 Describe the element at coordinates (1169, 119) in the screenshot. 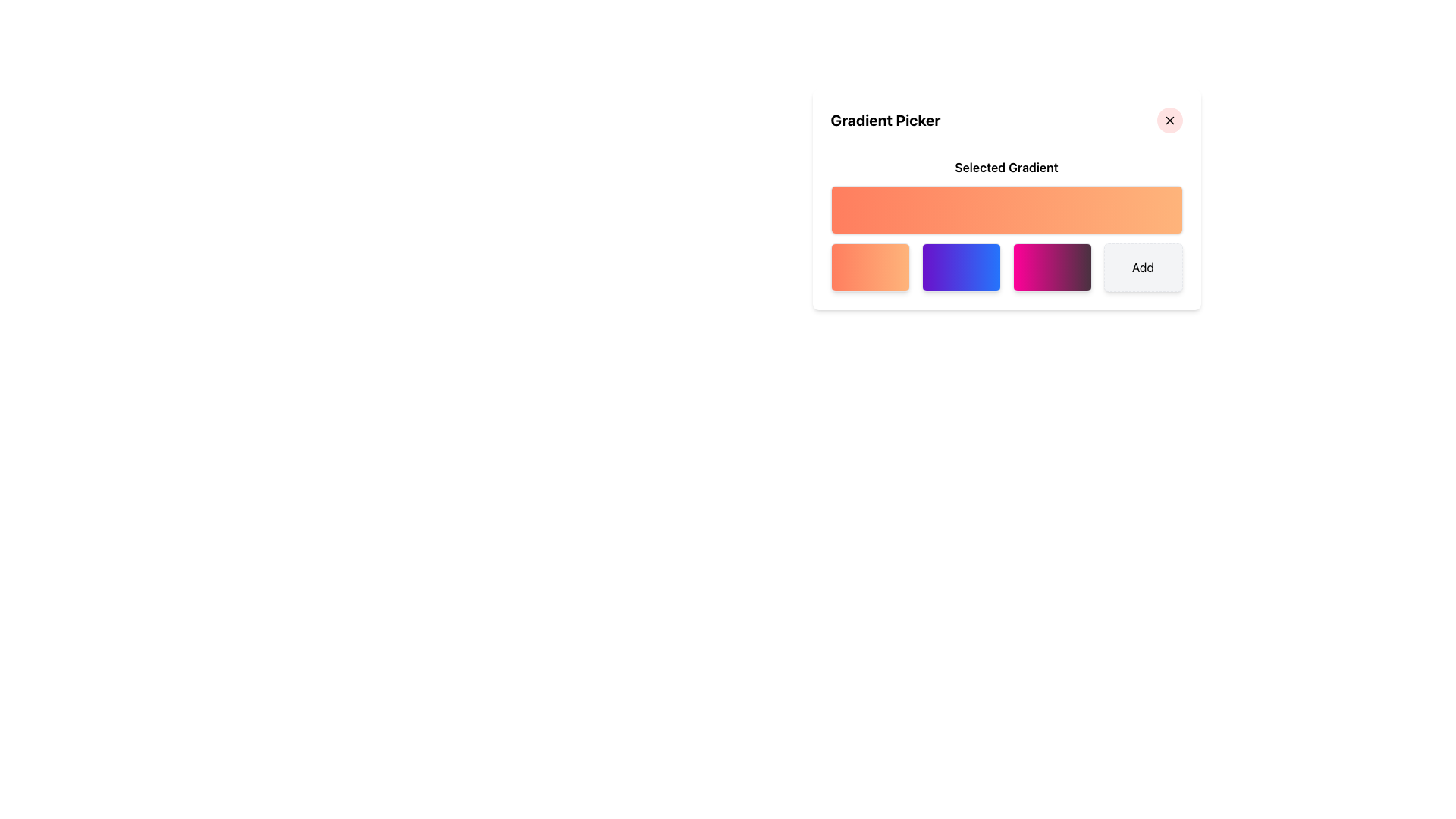

I see `the close button located at the top-right corner of the 'Gradient Picker' panel` at that location.